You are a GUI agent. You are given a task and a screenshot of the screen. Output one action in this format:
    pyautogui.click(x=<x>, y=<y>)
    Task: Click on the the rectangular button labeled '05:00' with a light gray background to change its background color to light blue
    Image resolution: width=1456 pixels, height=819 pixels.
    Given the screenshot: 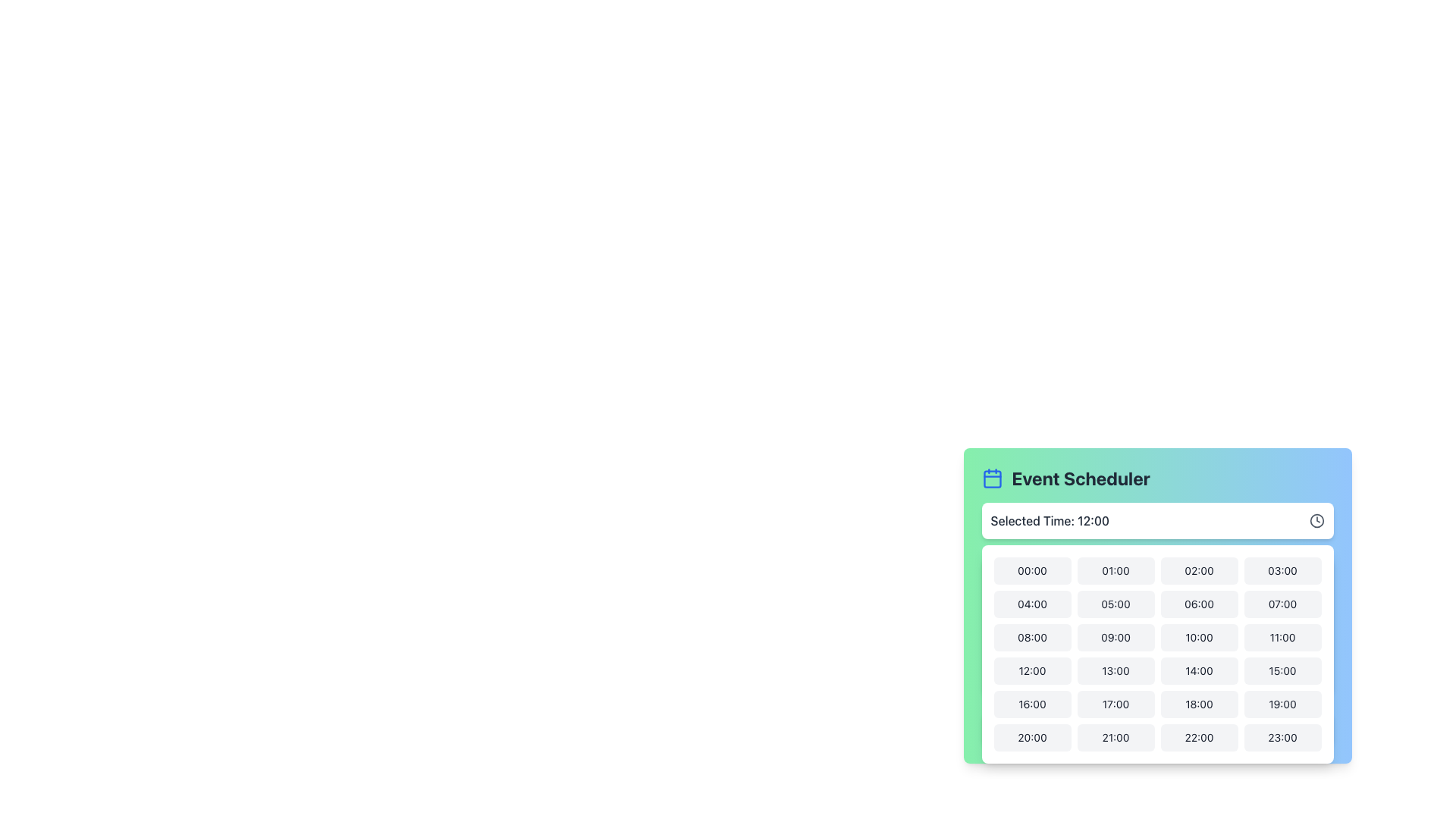 What is the action you would take?
    pyautogui.click(x=1116, y=604)
    